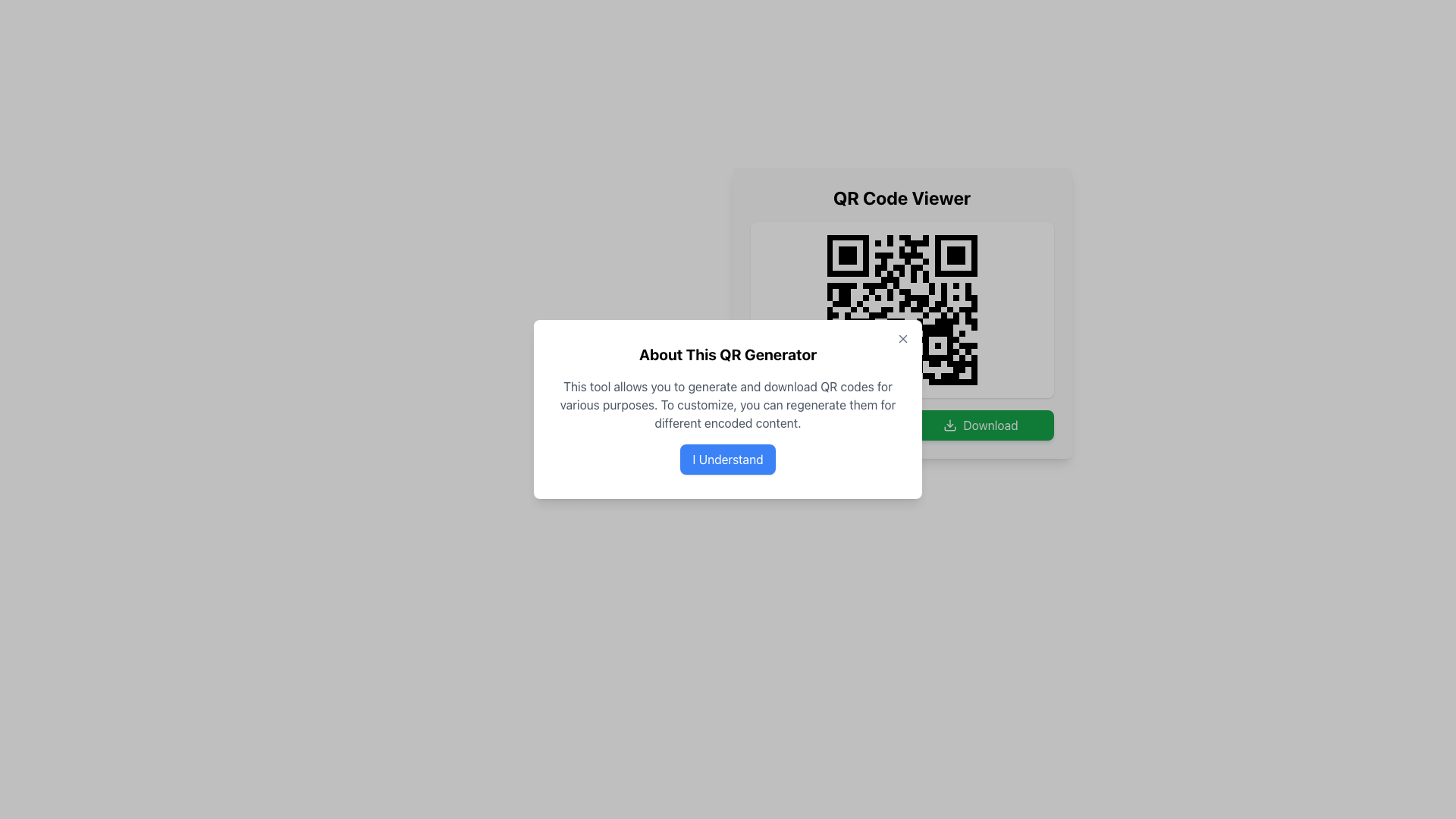 This screenshot has height=819, width=1456. I want to click on the close button in the top-right corner of the QR Code Generator modal, which is represented by a small gray 'X' icon, so click(902, 338).